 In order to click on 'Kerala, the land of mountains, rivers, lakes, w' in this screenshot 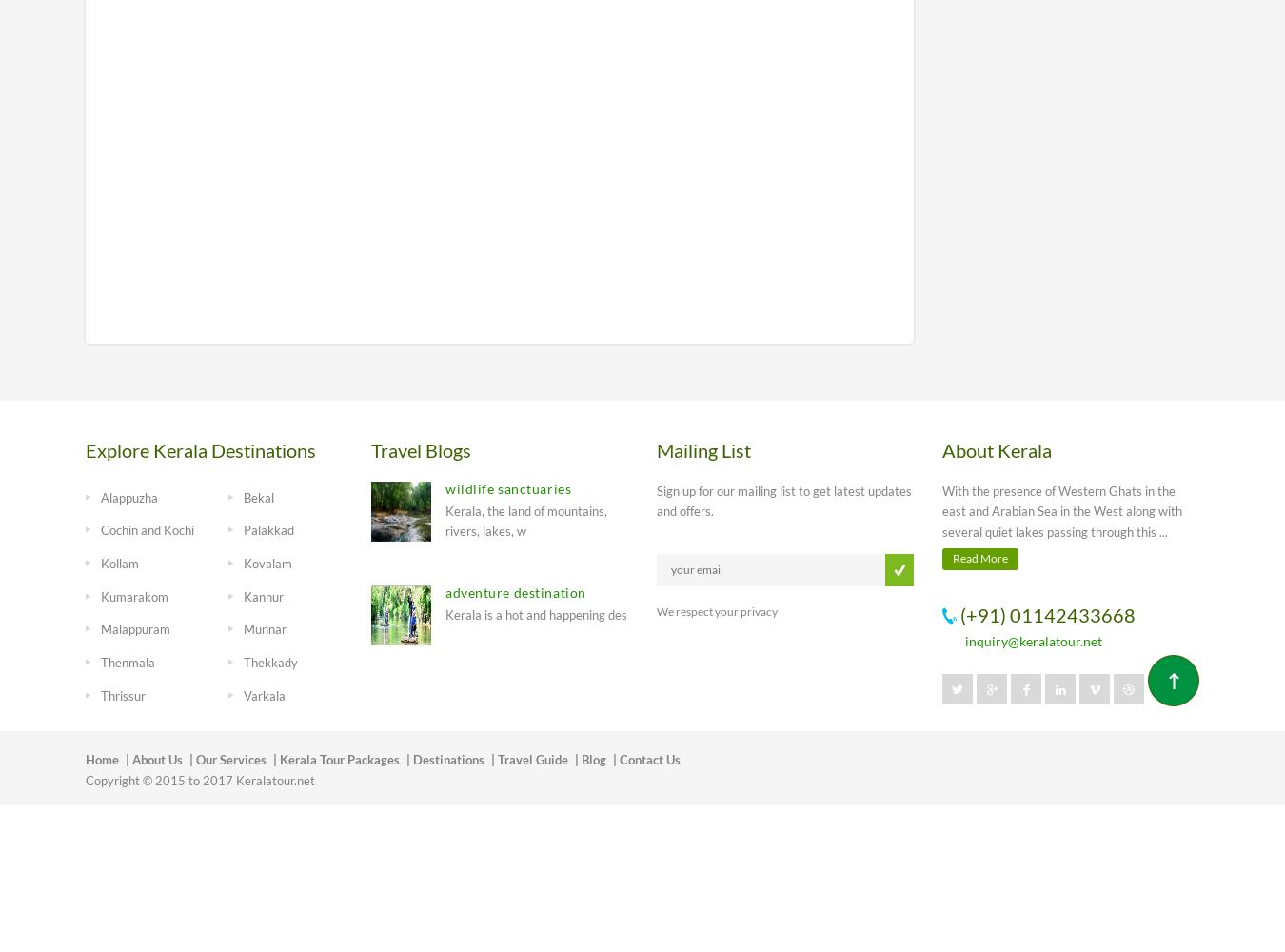, I will do `click(524, 521)`.